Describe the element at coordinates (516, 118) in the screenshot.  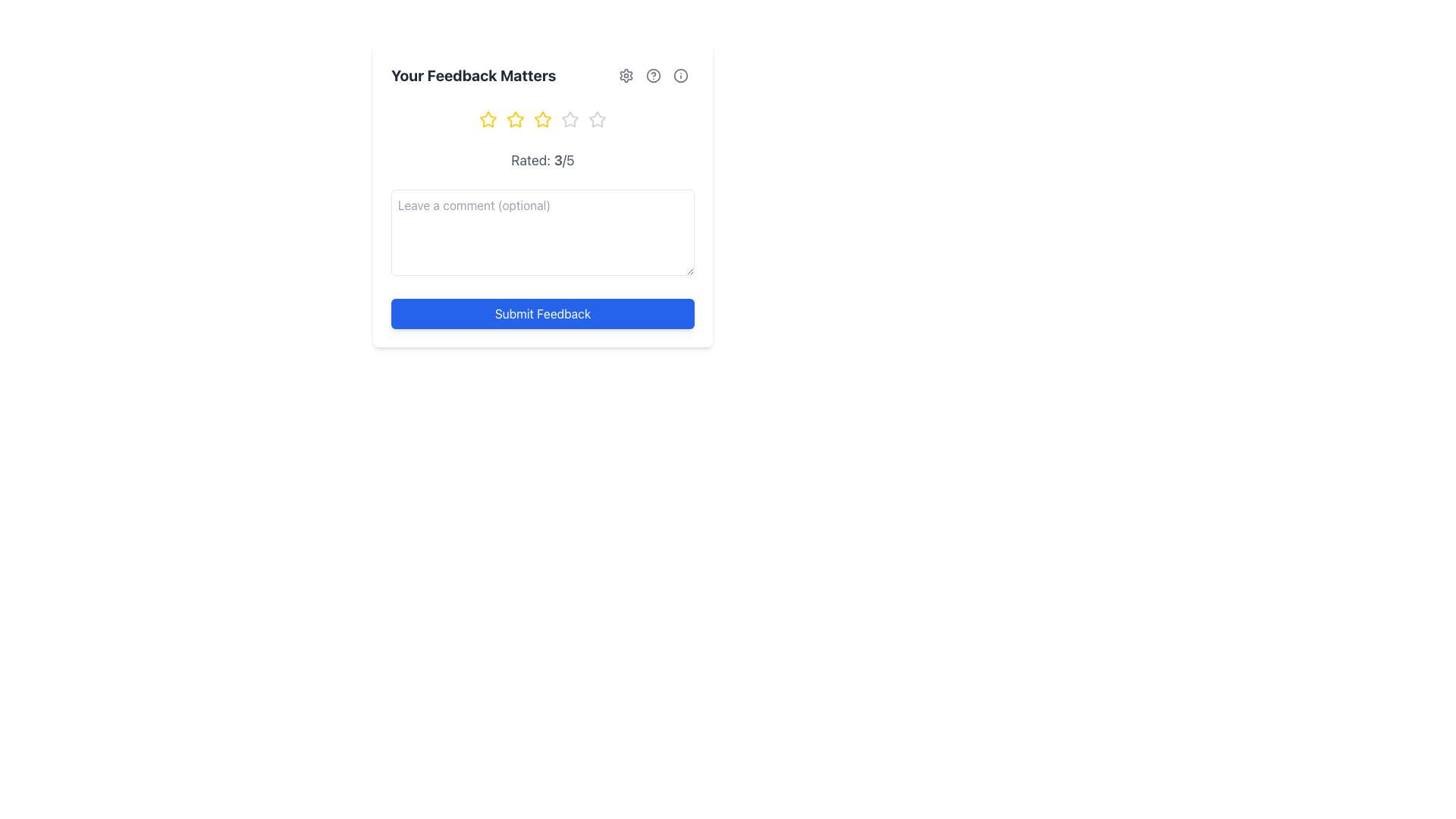
I see `the second star icon in the rating system located below 'Your Feedback Matters' and above 'Rated: 3/5'` at that location.